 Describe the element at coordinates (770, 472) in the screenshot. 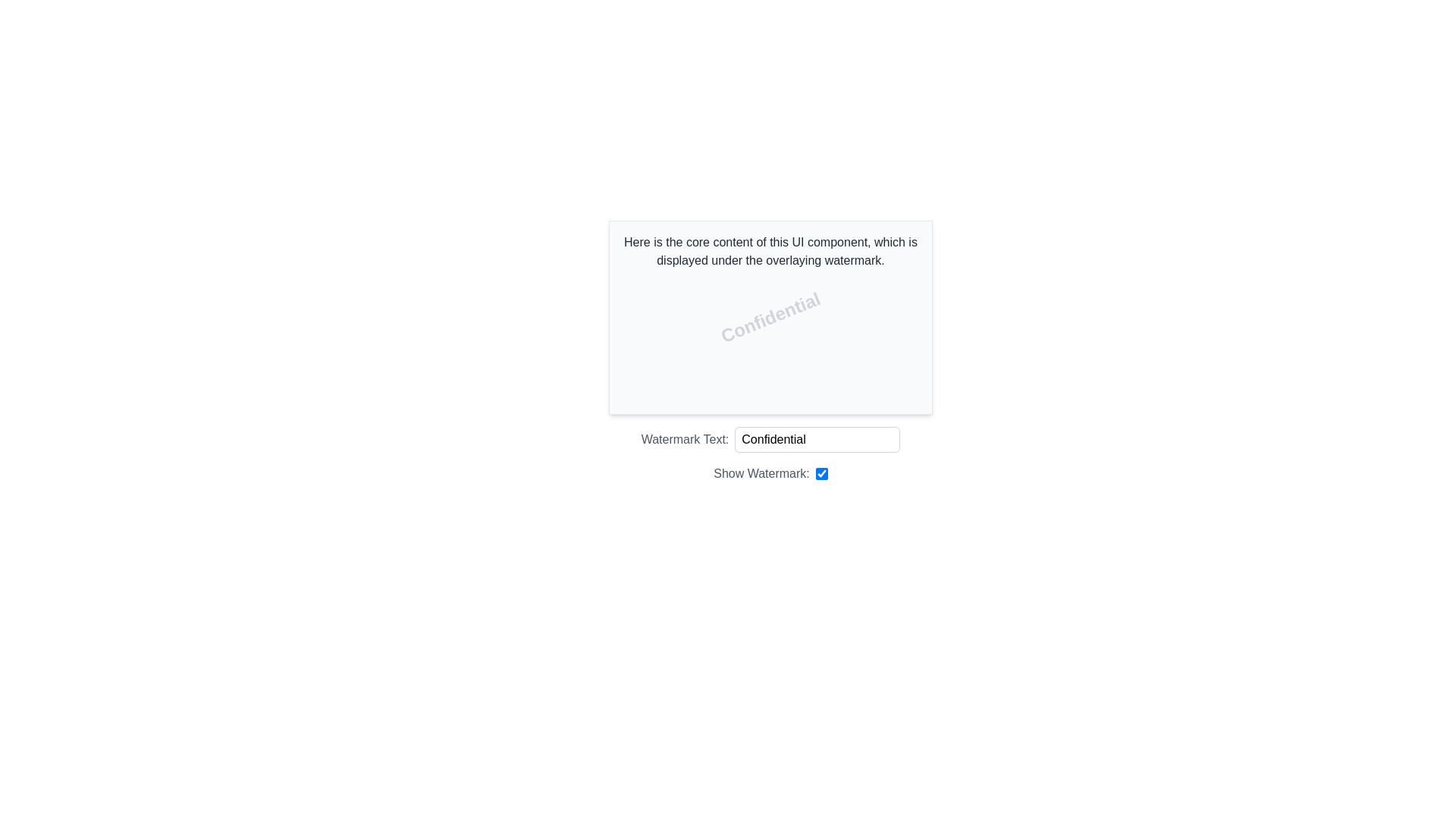

I see `the checkbox labeled 'Show Watermark:' for keyboard interaction` at that location.